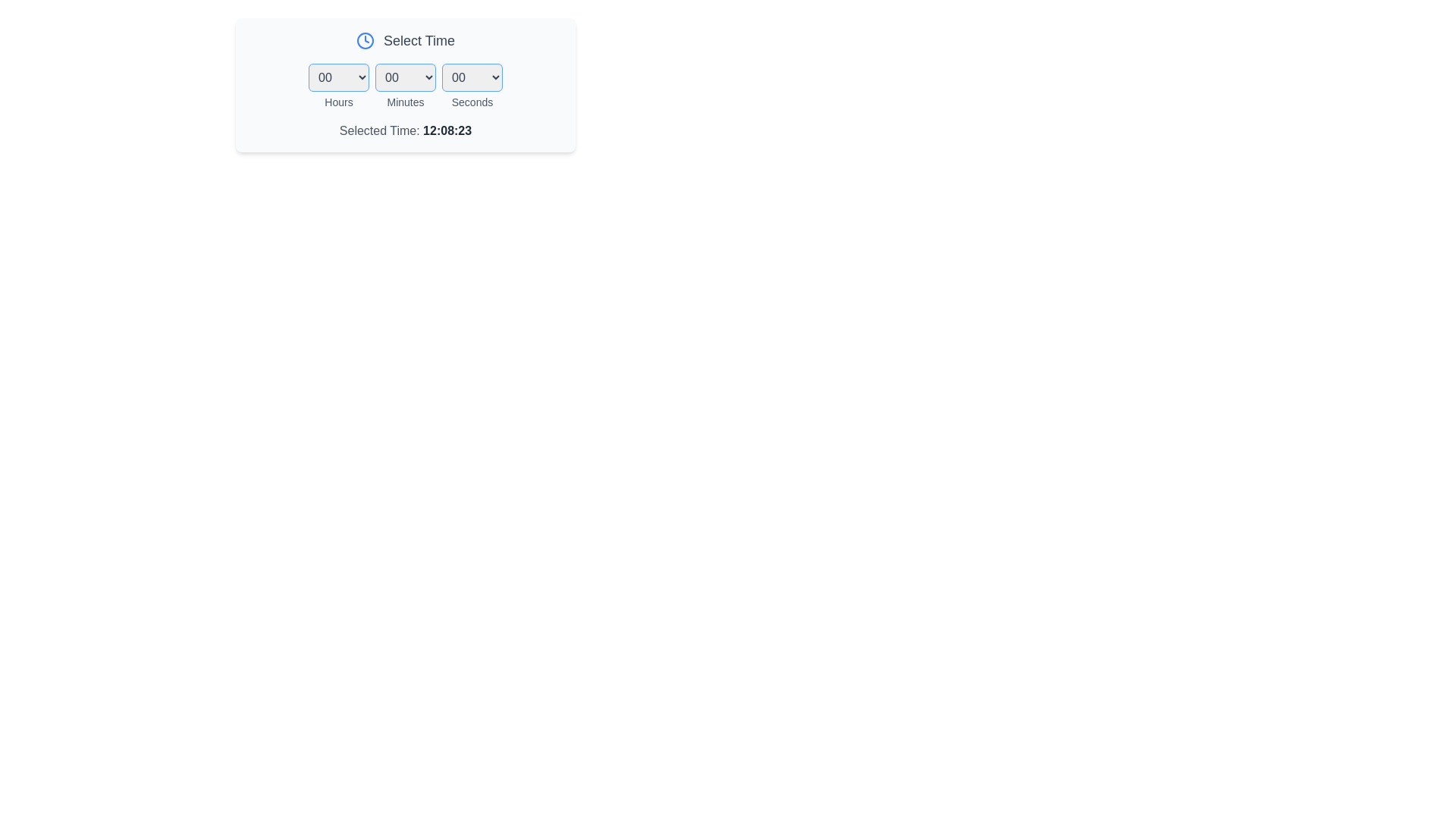  Describe the element at coordinates (472, 102) in the screenshot. I see `the 'Seconds' text label, which is styled in a small muted gray font and located beneath the seconds dropdown in the time selection widget` at that location.